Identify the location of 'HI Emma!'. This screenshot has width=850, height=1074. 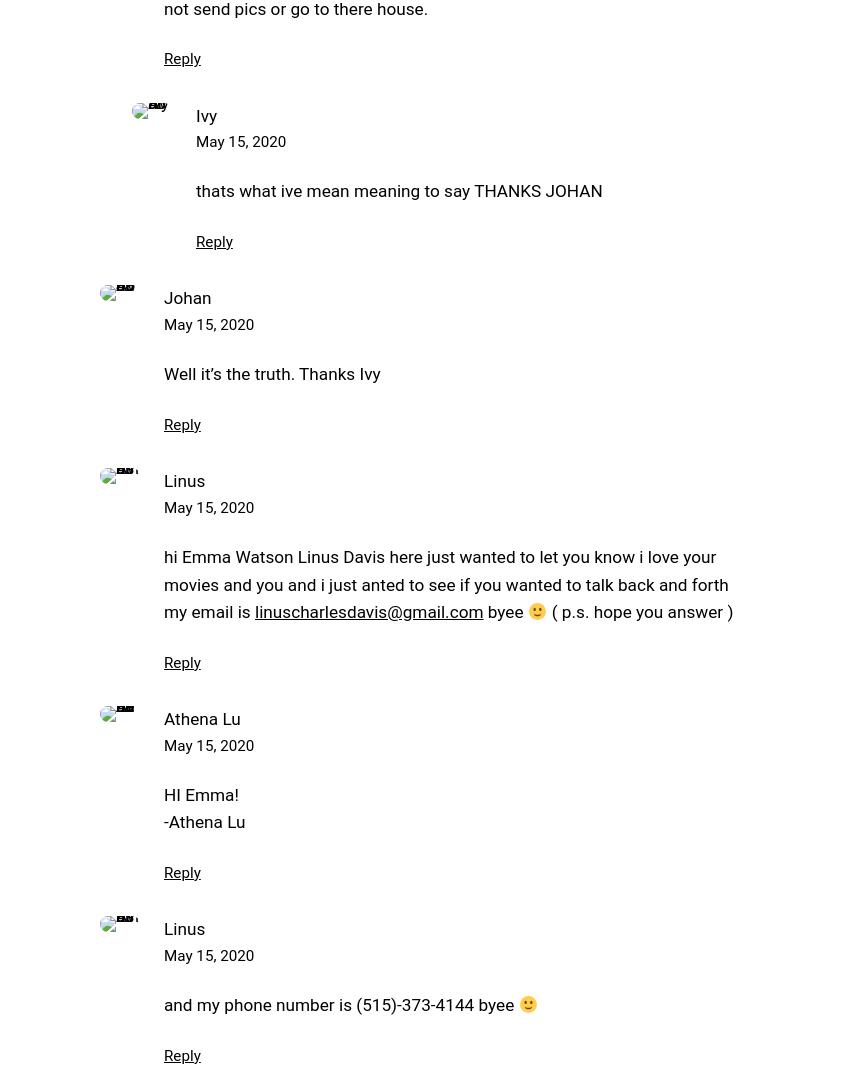
(200, 793).